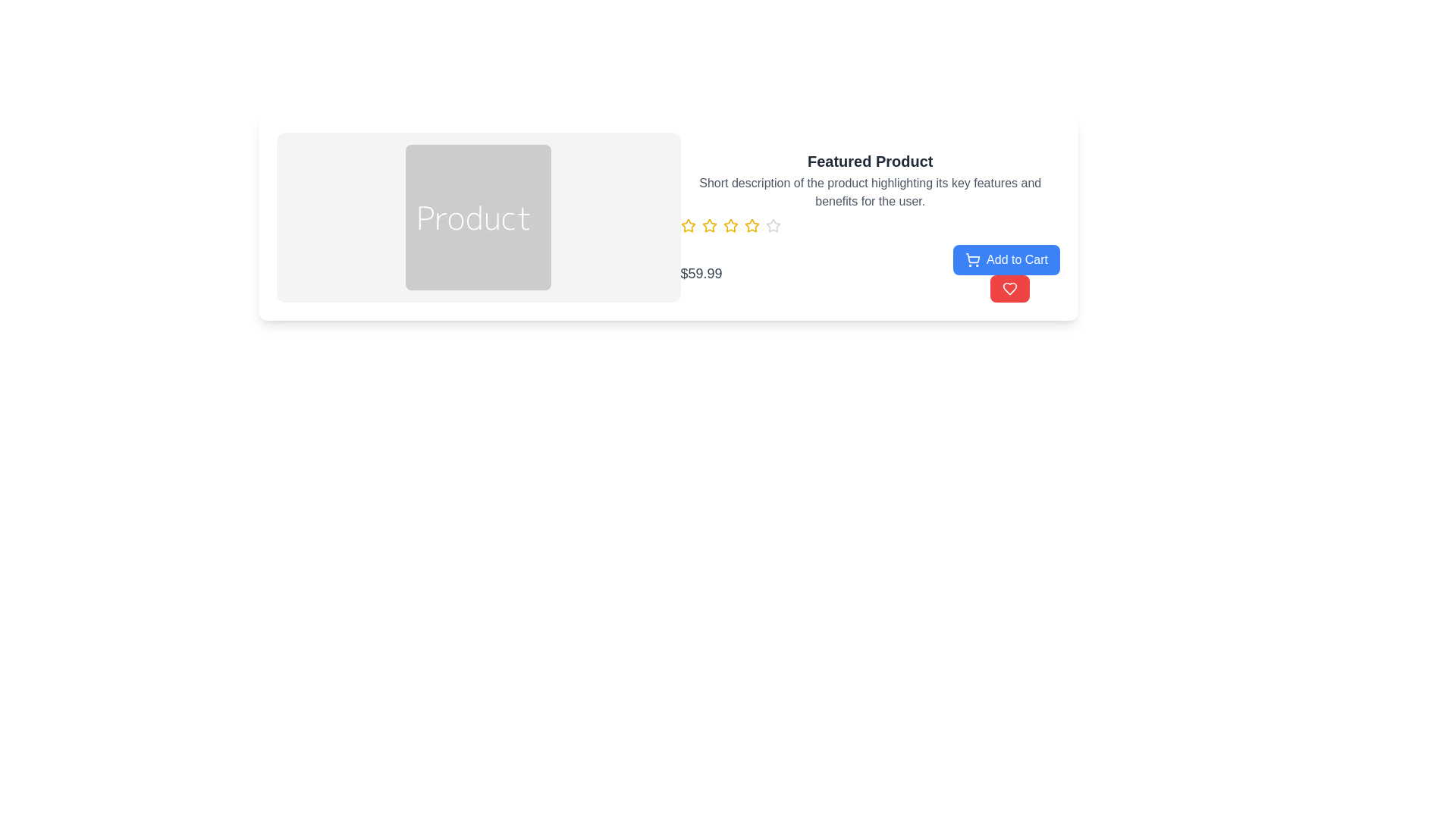 The image size is (1456, 819). I want to click on the gray star icon styled with light gray strokes, which is the fifth star icon in a horizontal row, positioned slightly above the product price, so click(773, 226).